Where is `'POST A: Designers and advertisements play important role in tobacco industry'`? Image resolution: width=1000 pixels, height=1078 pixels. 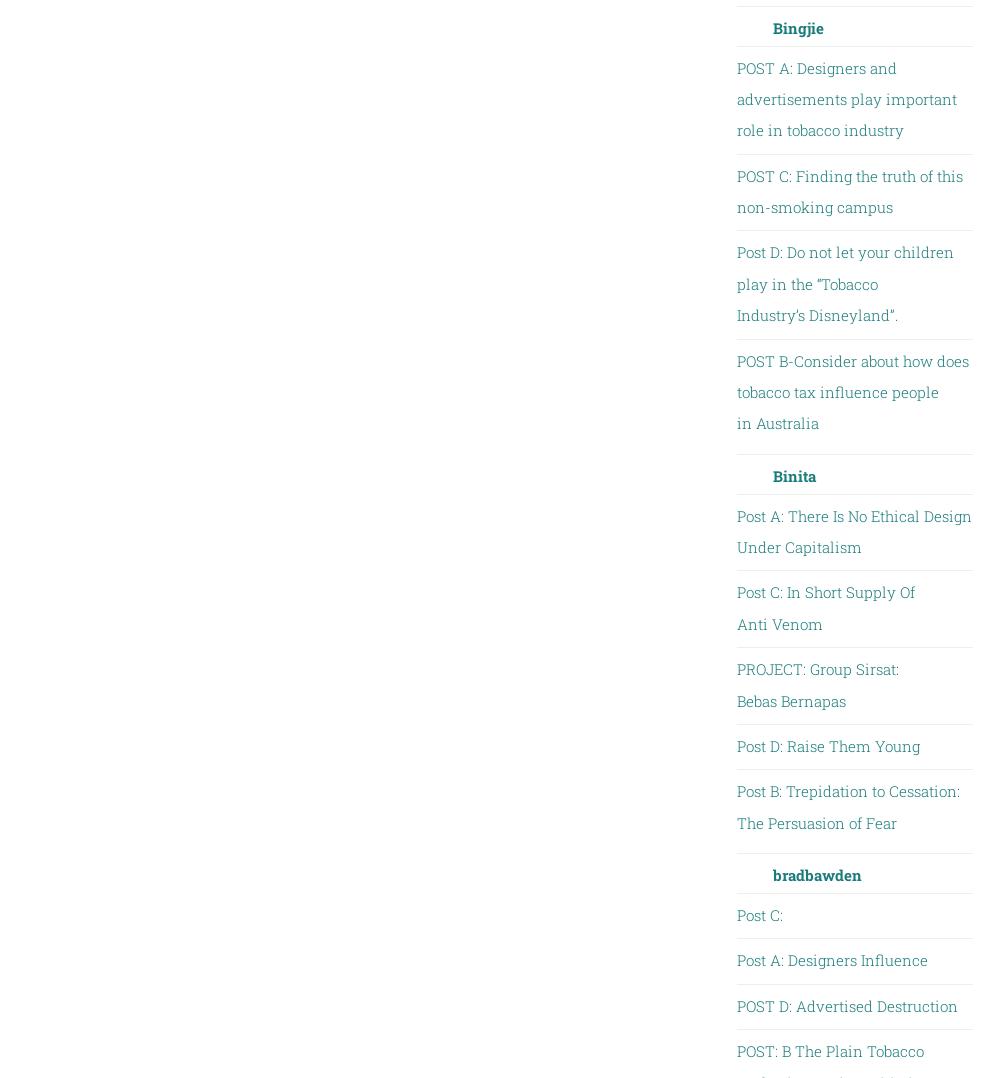
'POST A: Designers and advertisements play important role in tobacco industry' is located at coordinates (735, 97).